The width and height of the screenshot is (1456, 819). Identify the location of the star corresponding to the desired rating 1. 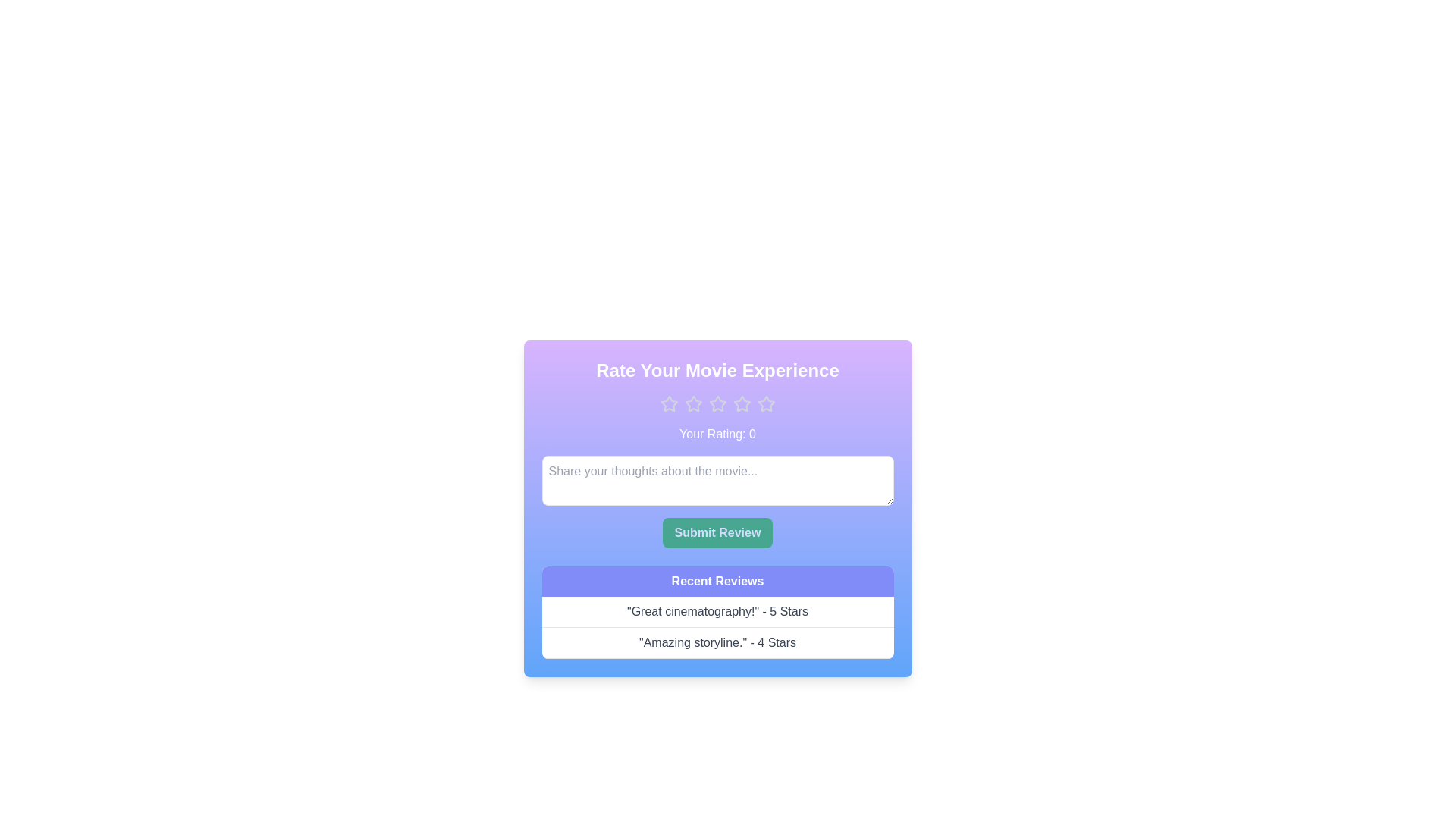
(668, 403).